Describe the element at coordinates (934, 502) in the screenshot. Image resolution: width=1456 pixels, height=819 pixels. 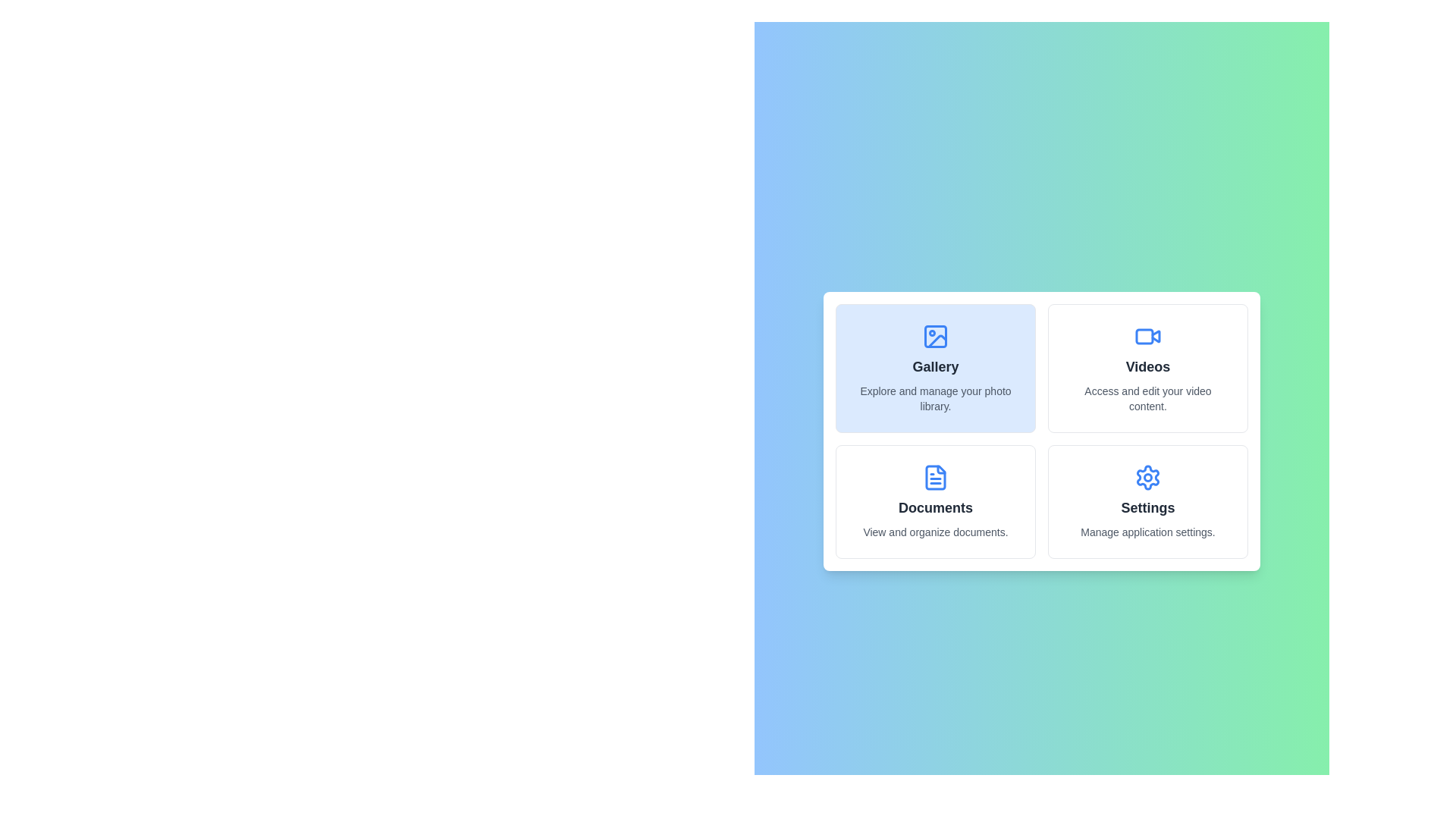
I see `the icon and label for Documents` at that location.